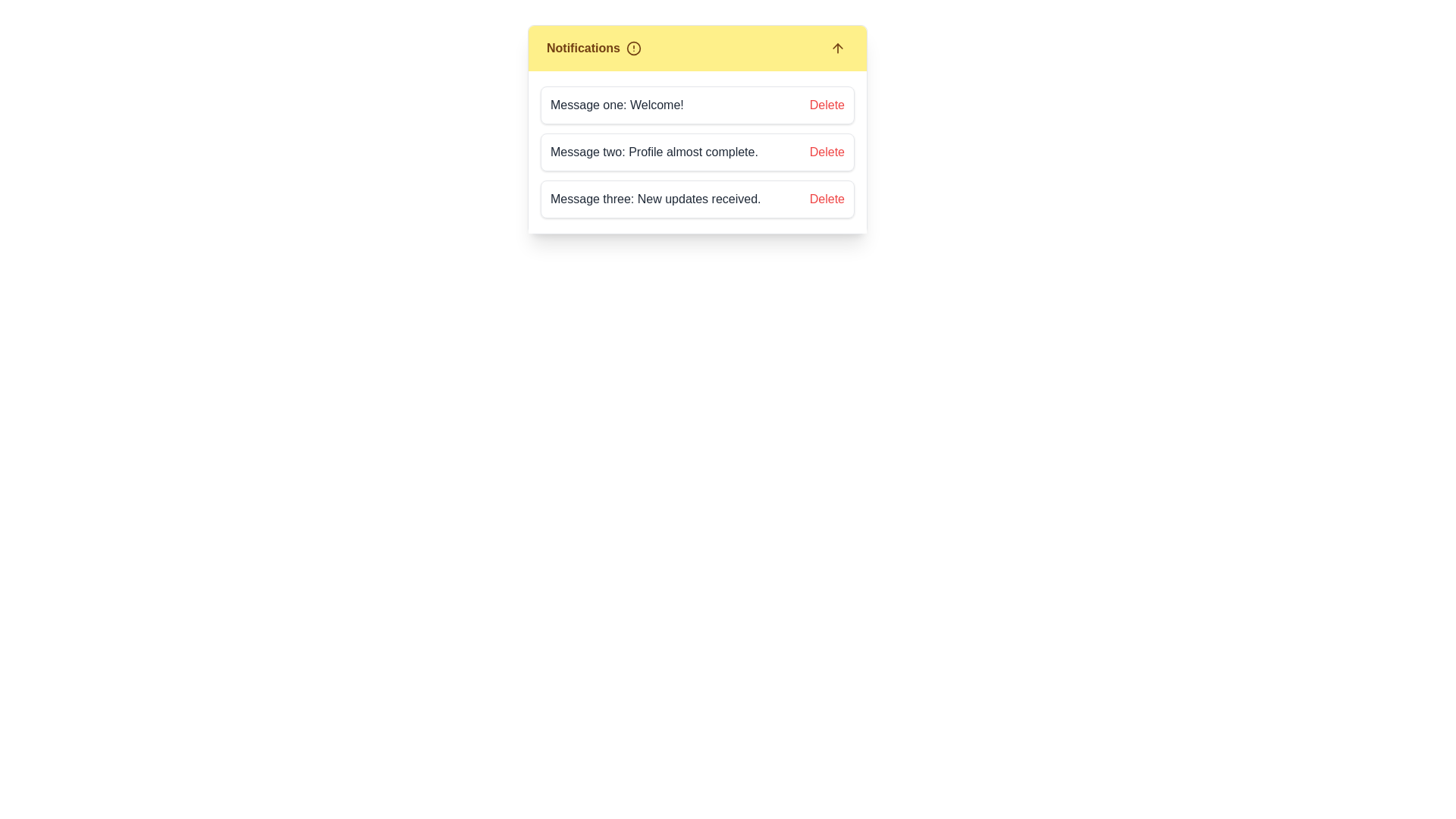 The height and width of the screenshot is (819, 1456). What do you see at coordinates (633, 48) in the screenshot?
I see `the notification icon located to the right of the 'Notifications' text in the yellow header bar for further actions` at bounding box center [633, 48].